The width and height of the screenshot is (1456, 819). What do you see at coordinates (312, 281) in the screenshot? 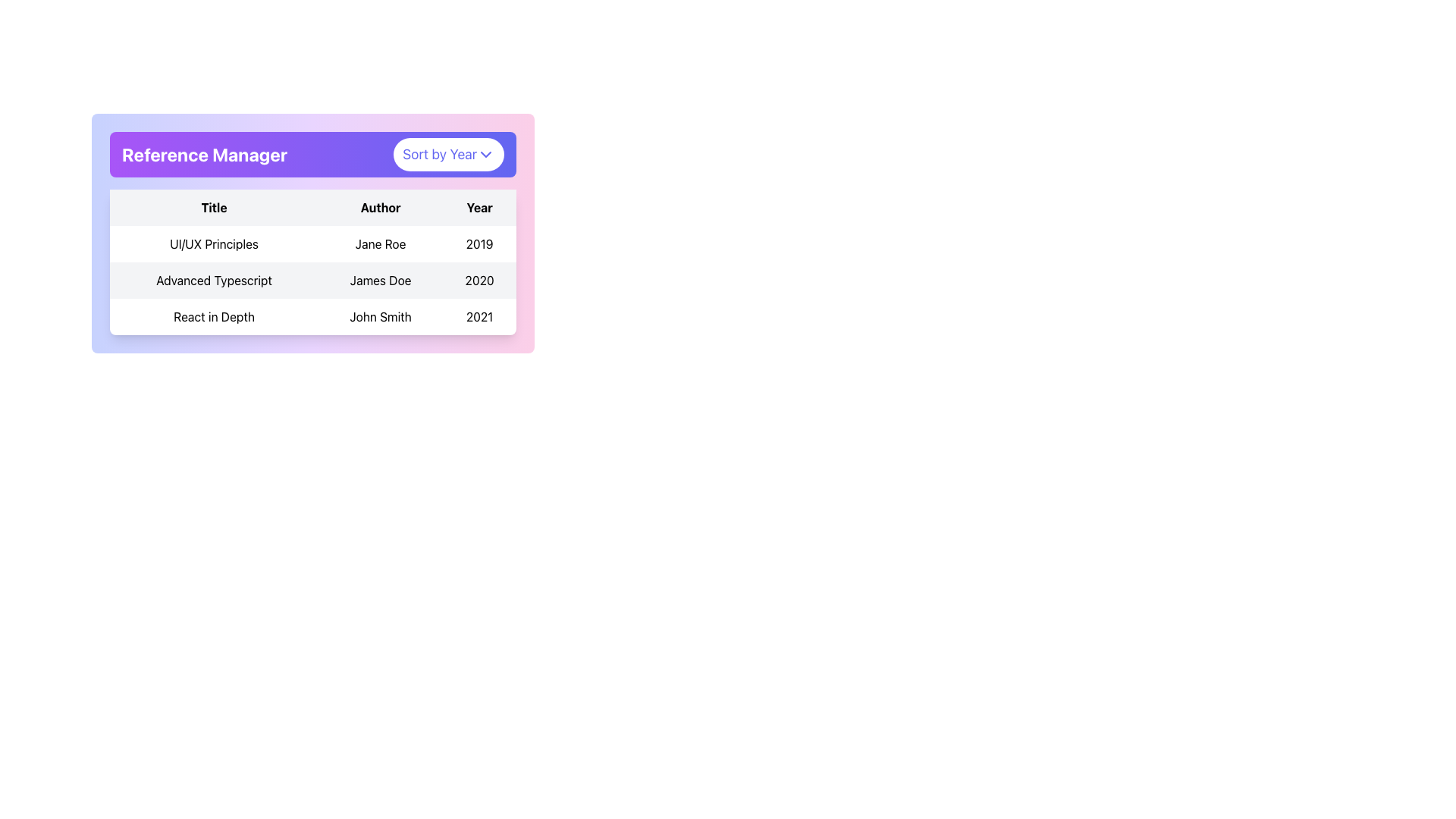
I see `the second row in the 'Reference Manager' table, which contains the entry for 'Advanced Typescript' by 'James Doe' published in '2020'` at bounding box center [312, 281].